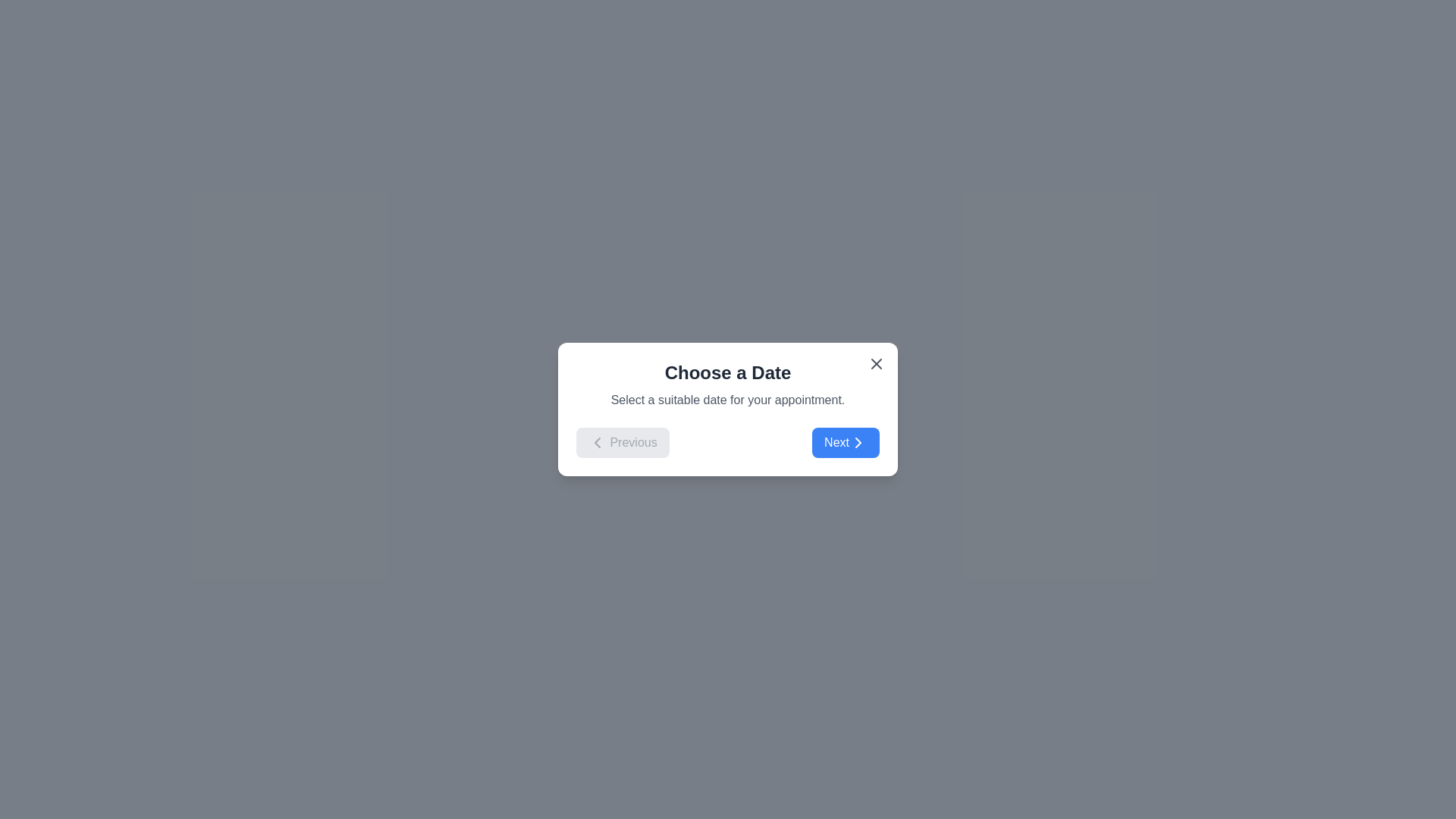  Describe the element at coordinates (877, 362) in the screenshot. I see `the close button located at the top right corner of the modal dialog to change its appearance` at that location.